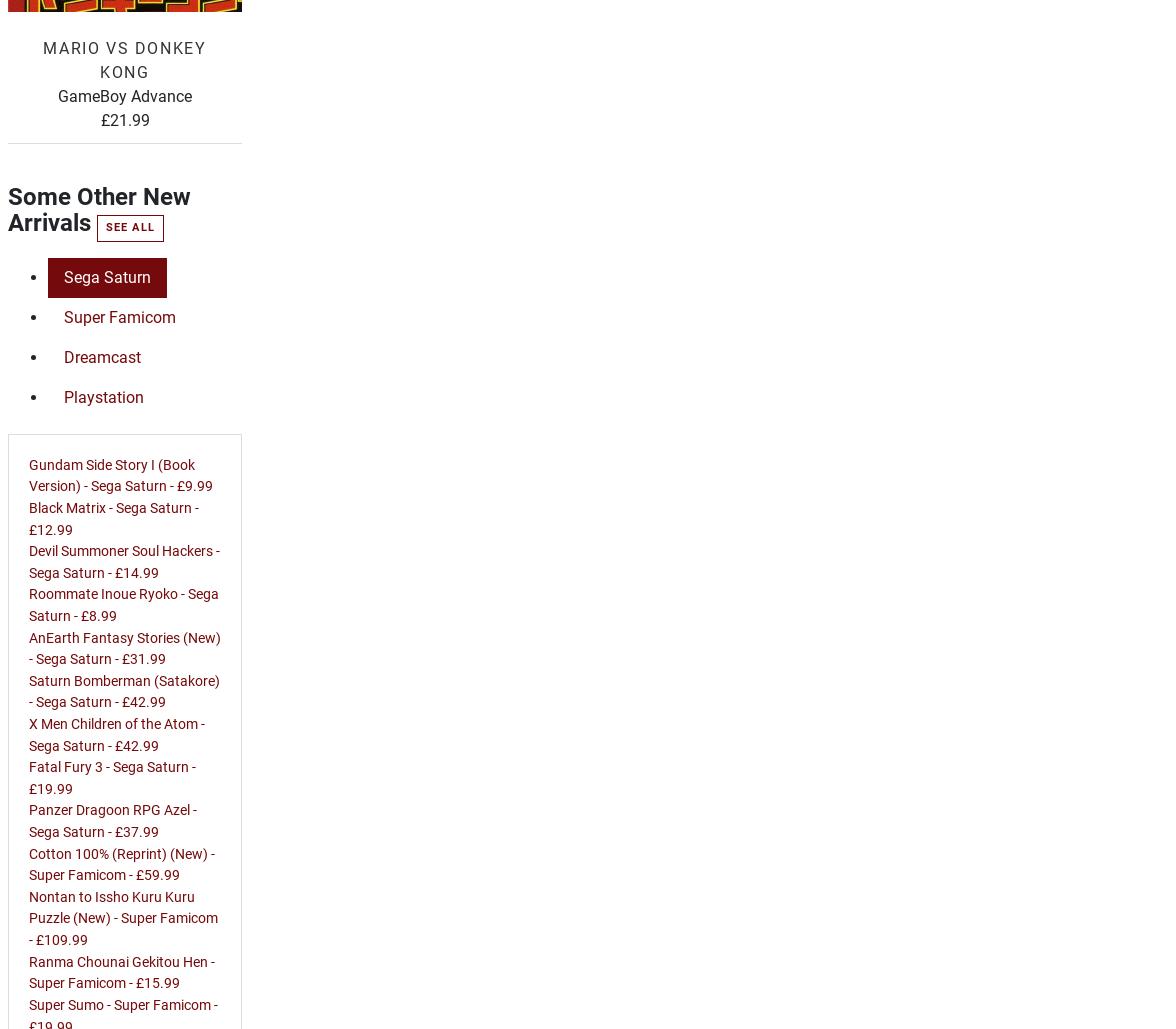  Describe the element at coordinates (102, 356) in the screenshot. I see `'Dreamcast'` at that location.